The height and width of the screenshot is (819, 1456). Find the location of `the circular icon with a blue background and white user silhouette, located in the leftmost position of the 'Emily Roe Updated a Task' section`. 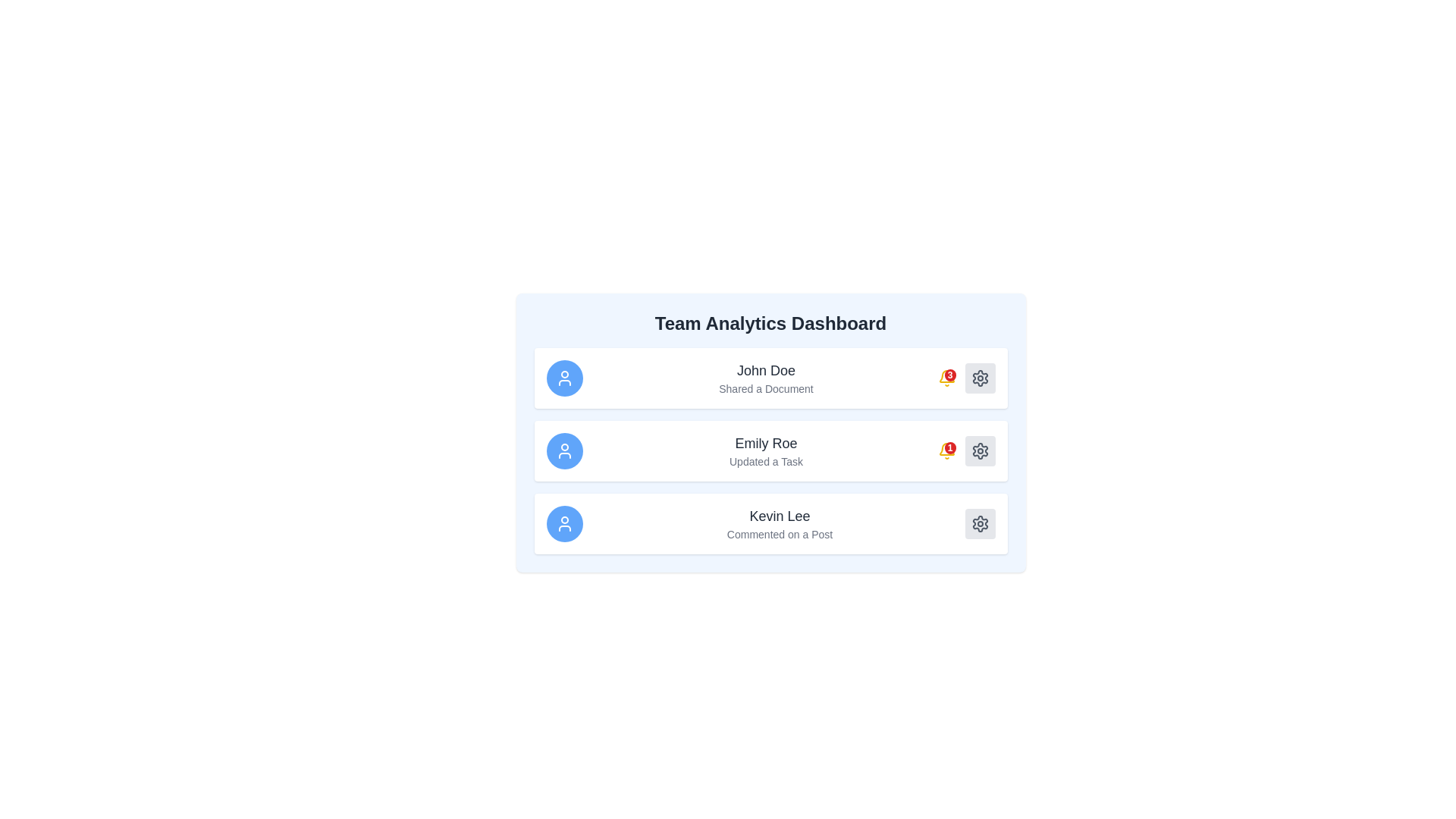

the circular icon with a blue background and white user silhouette, located in the leftmost position of the 'Emily Roe Updated a Task' section is located at coordinates (563, 450).